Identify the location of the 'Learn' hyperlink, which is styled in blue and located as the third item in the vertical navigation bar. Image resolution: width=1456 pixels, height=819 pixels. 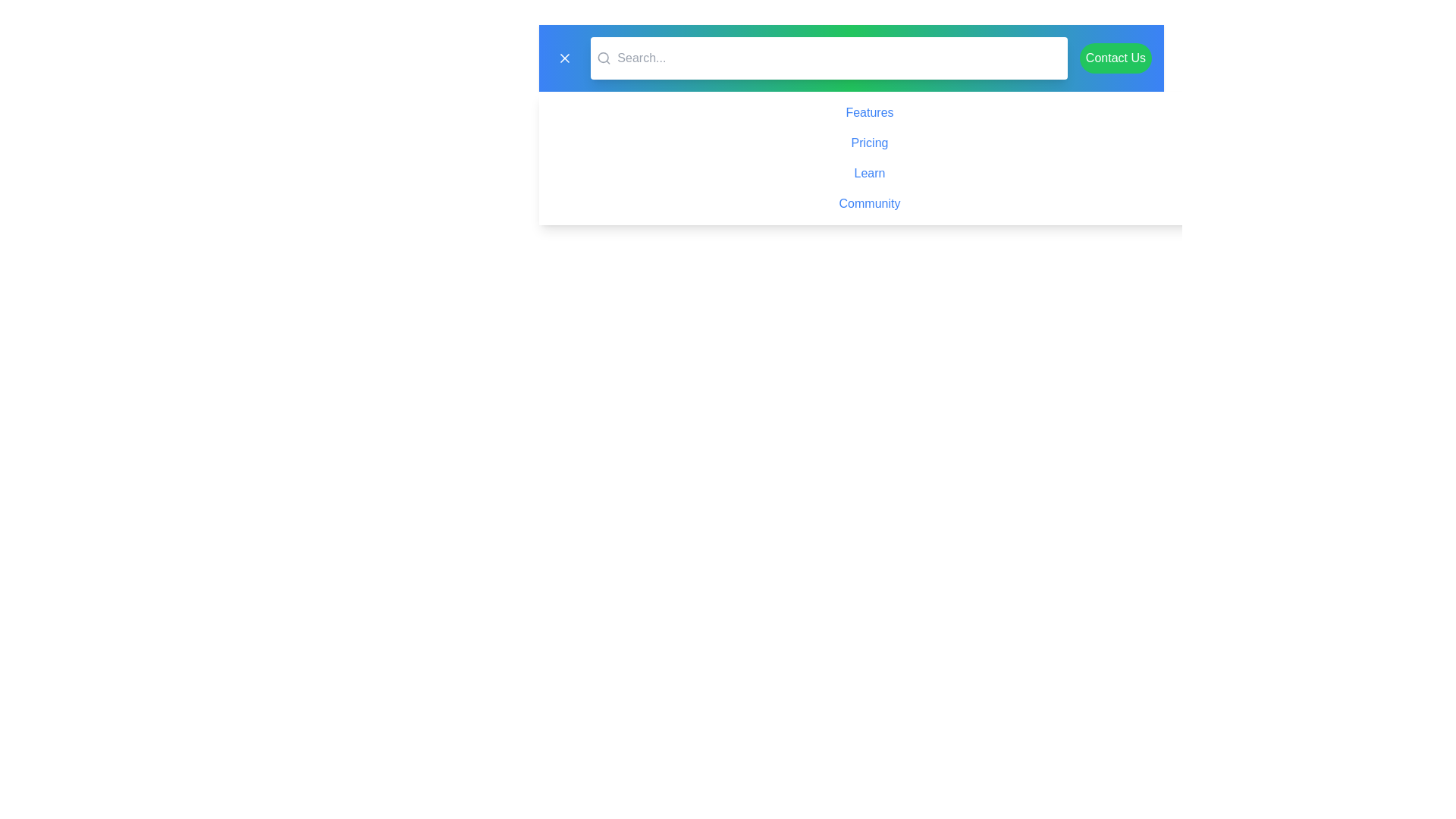
(870, 172).